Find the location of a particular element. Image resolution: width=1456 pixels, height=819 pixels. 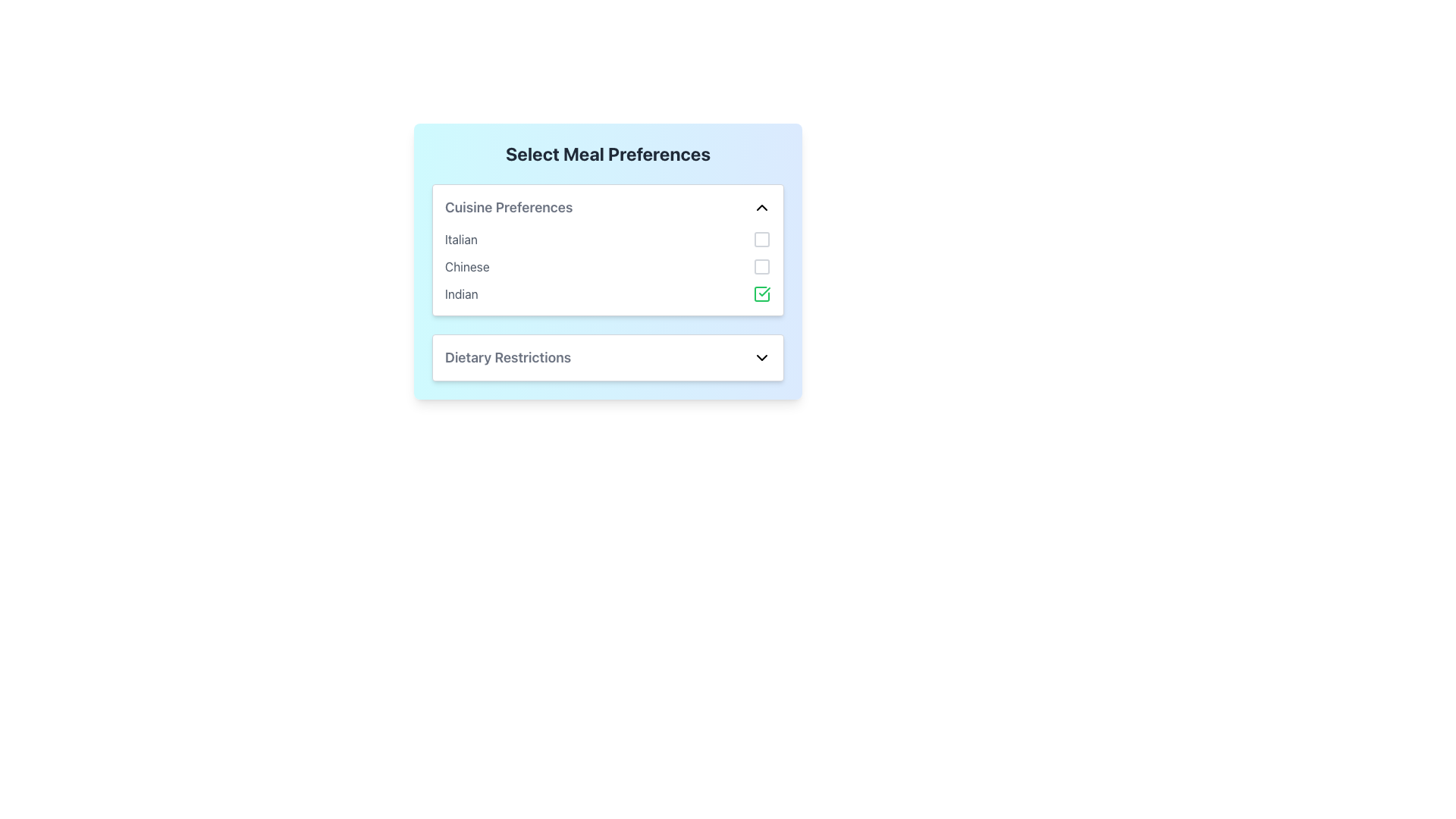

the toggle button located at the far right of the 'Cuisine Preferences' section is located at coordinates (761, 207).